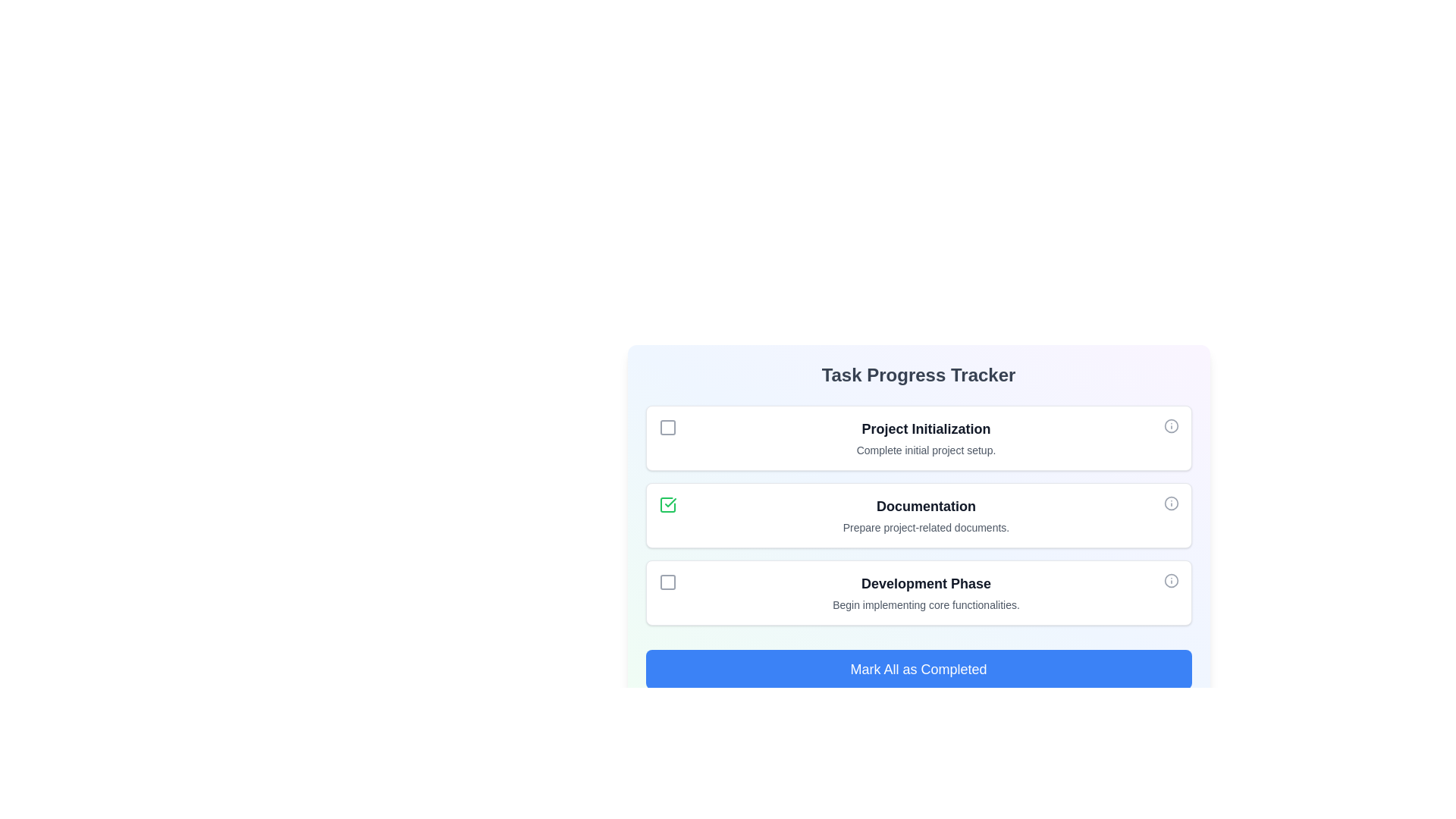  What do you see at coordinates (925, 438) in the screenshot?
I see `text label that displays 'Project Initialization' and its description 'Complete initial project setup.' located in the first row of the task items list` at bounding box center [925, 438].